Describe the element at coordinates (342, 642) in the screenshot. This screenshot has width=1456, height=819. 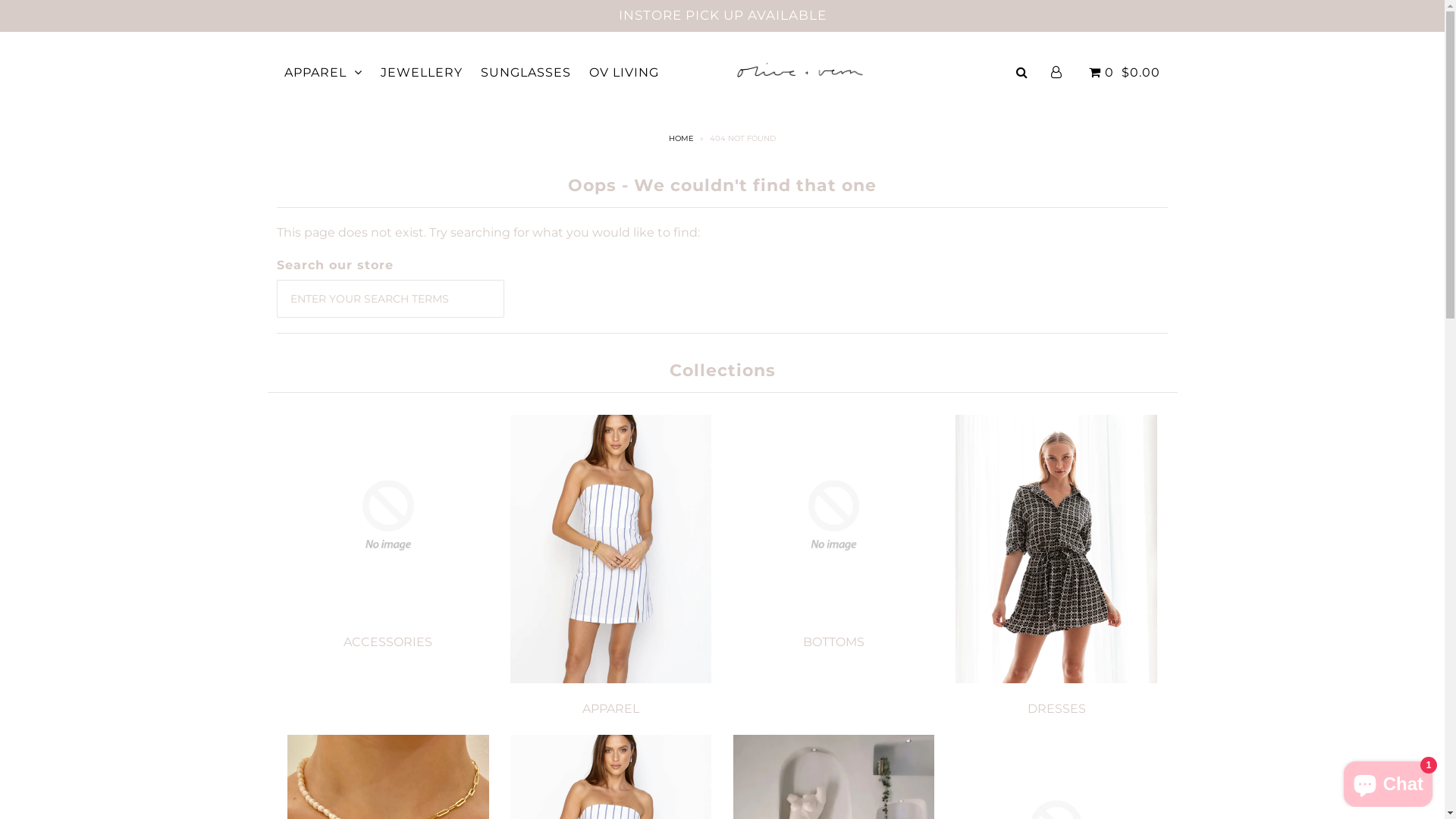
I see `'ACCESSORIES'` at that location.